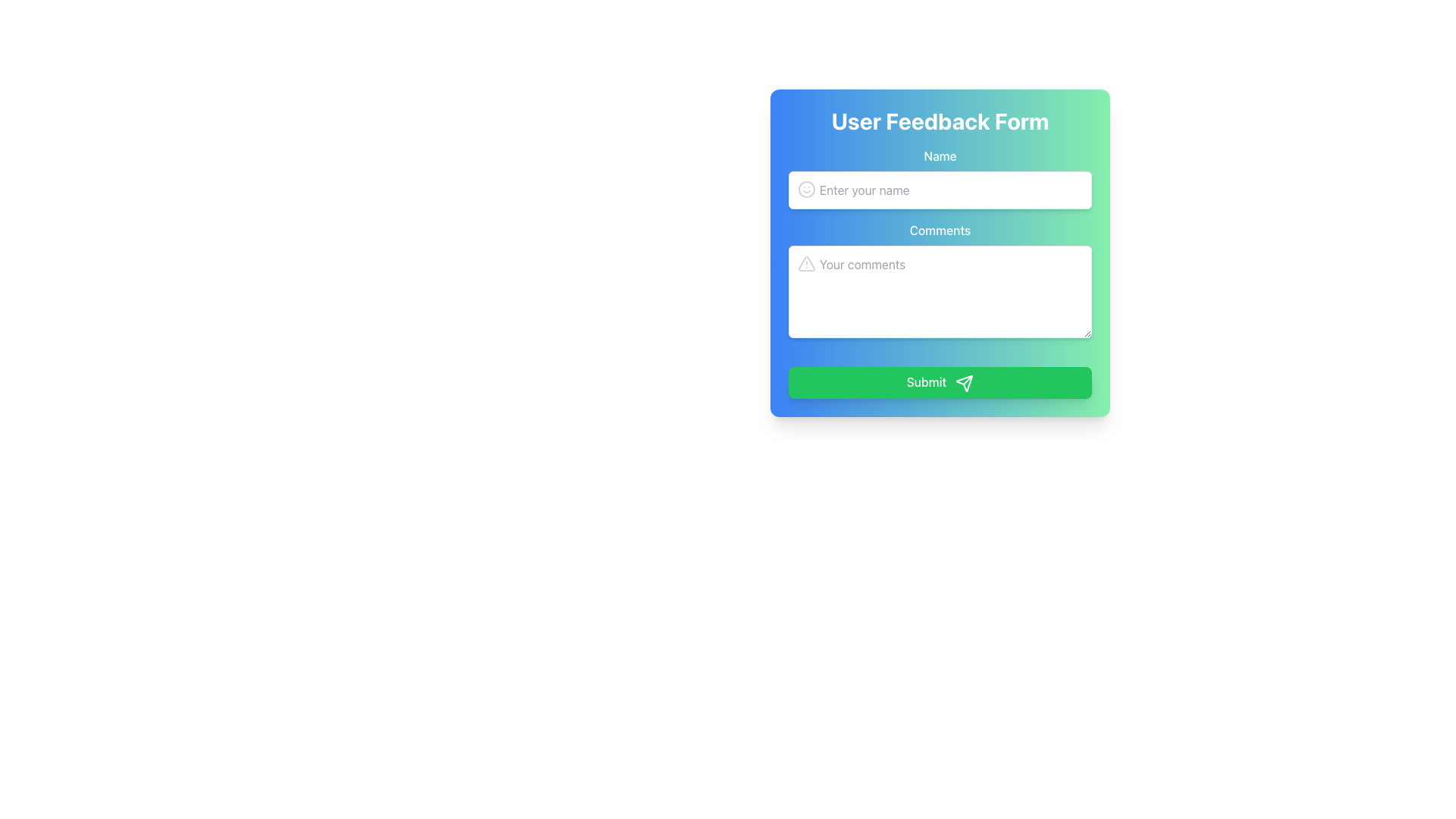 The height and width of the screenshot is (819, 1456). What do you see at coordinates (967, 379) in the screenshot?
I see `the line segment of the SVG icon that is part of the 'Submit' button at the bottom of the form interface` at bounding box center [967, 379].